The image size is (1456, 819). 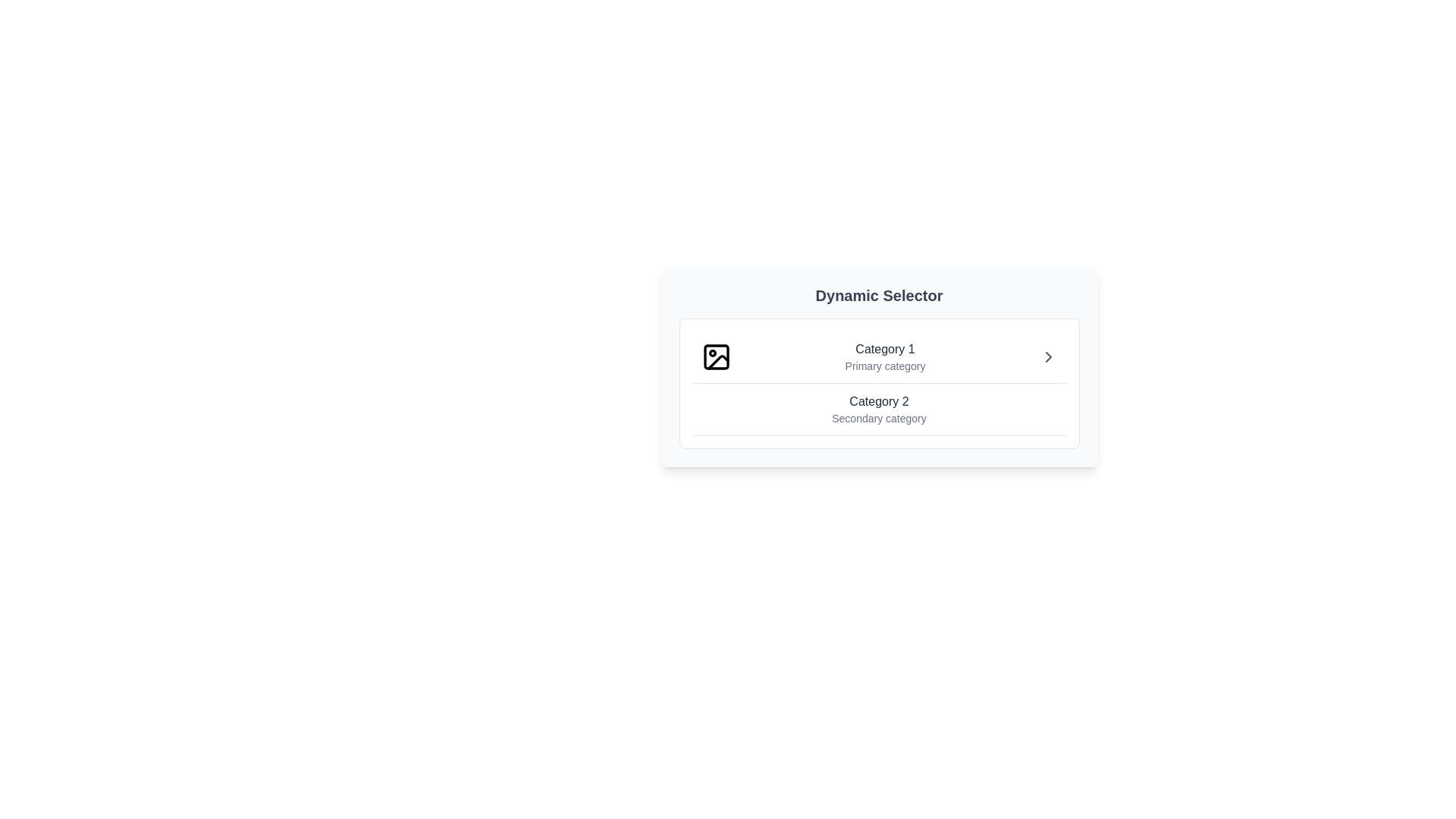 I want to click on the decorative icon associated with the 'Category 1' label in the list-like structure, so click(x=717, y=362).